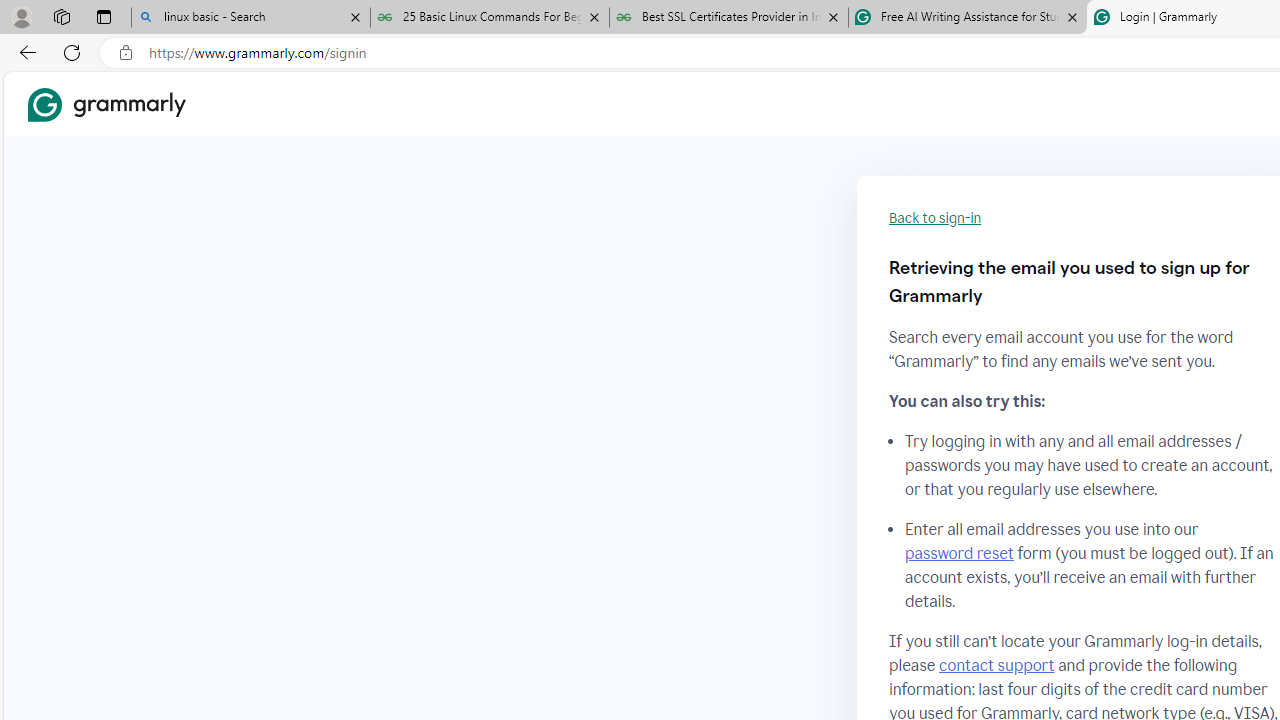  I want to click on '25 Basic Linux Commands For Beginners - GeeksforGeeks', so click(490, 17).